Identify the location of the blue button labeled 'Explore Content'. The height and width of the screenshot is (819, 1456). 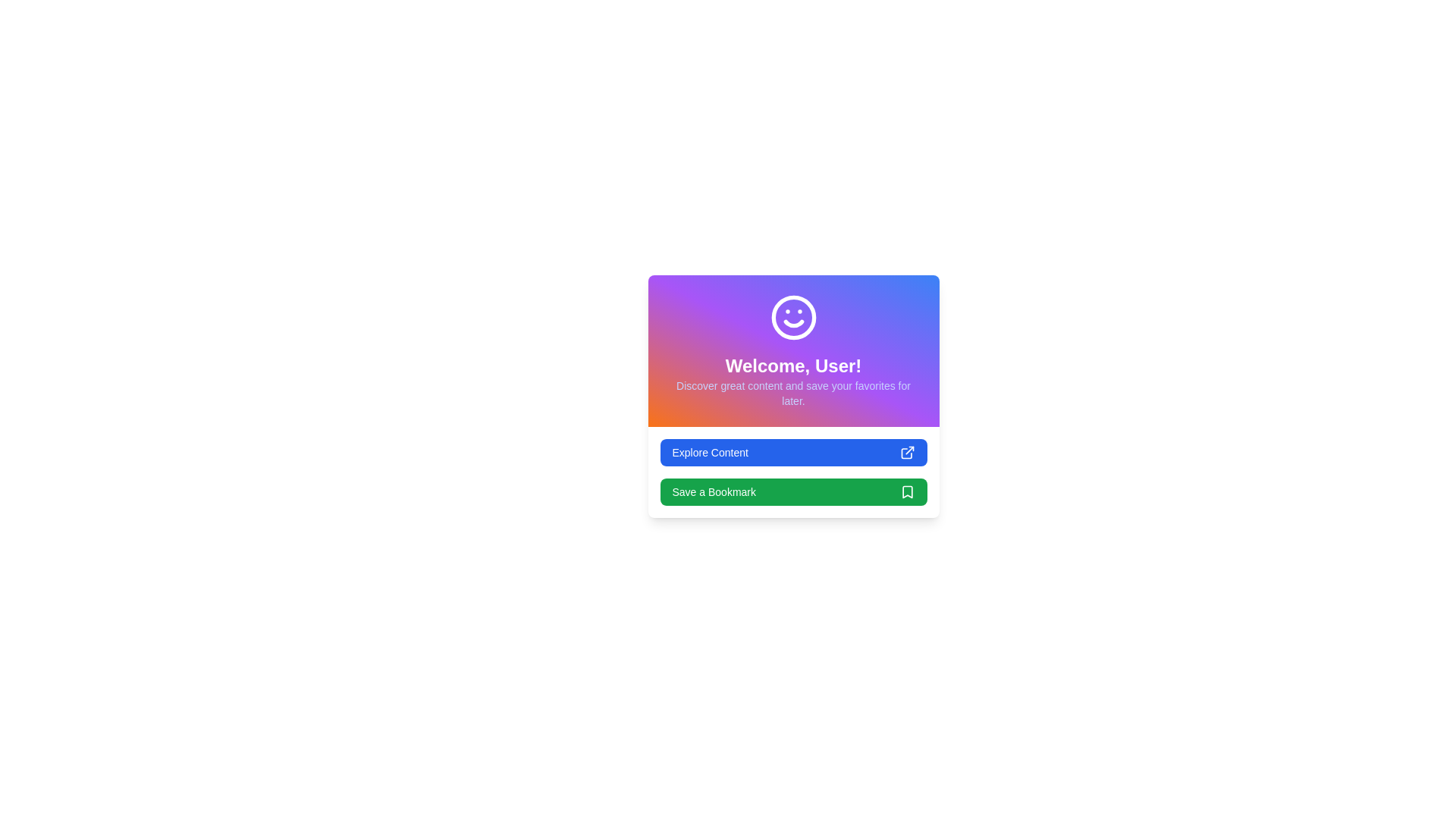
(792, 452).